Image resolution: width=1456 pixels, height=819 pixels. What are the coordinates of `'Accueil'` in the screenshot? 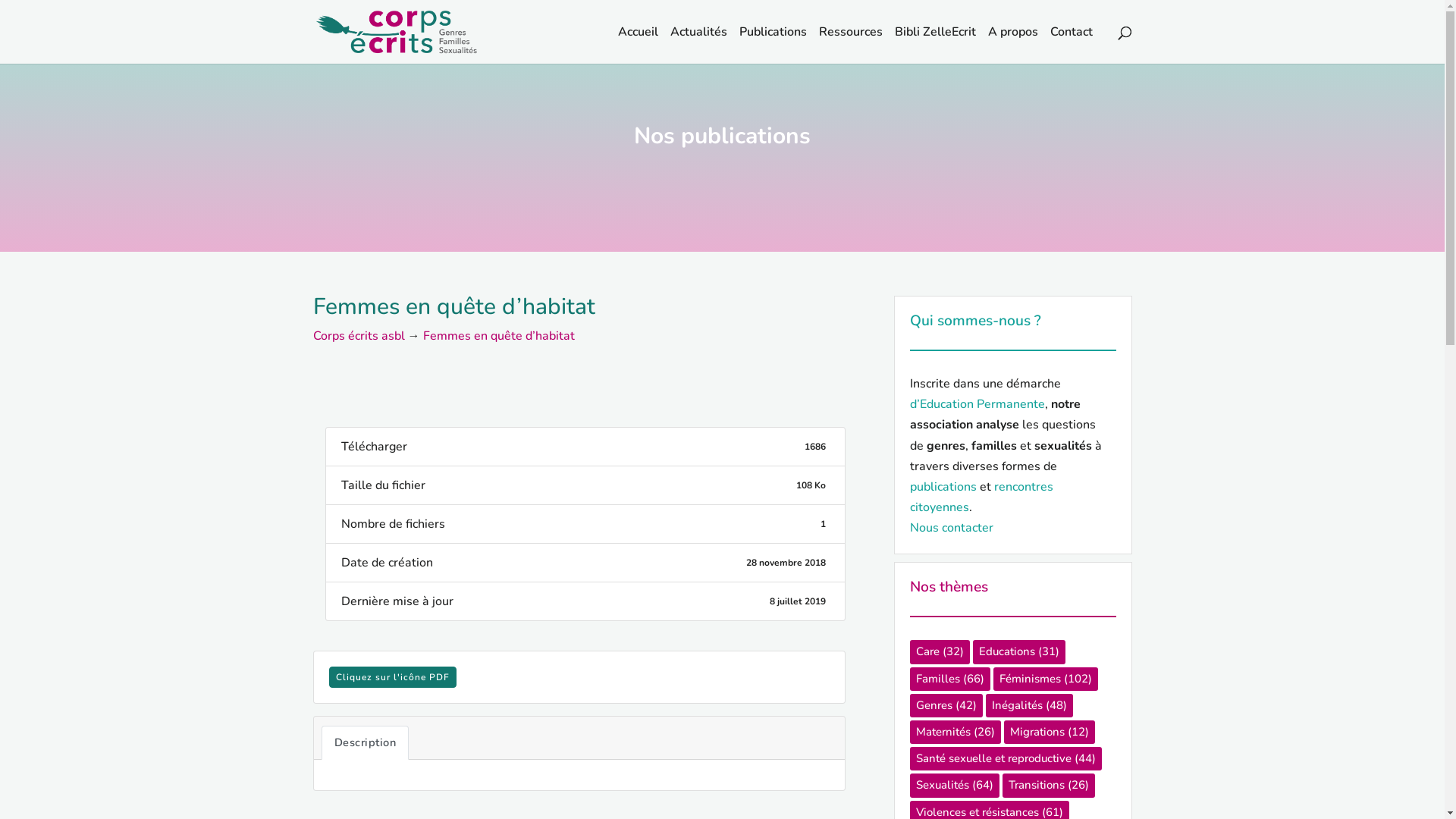 It's located at (637, 44).